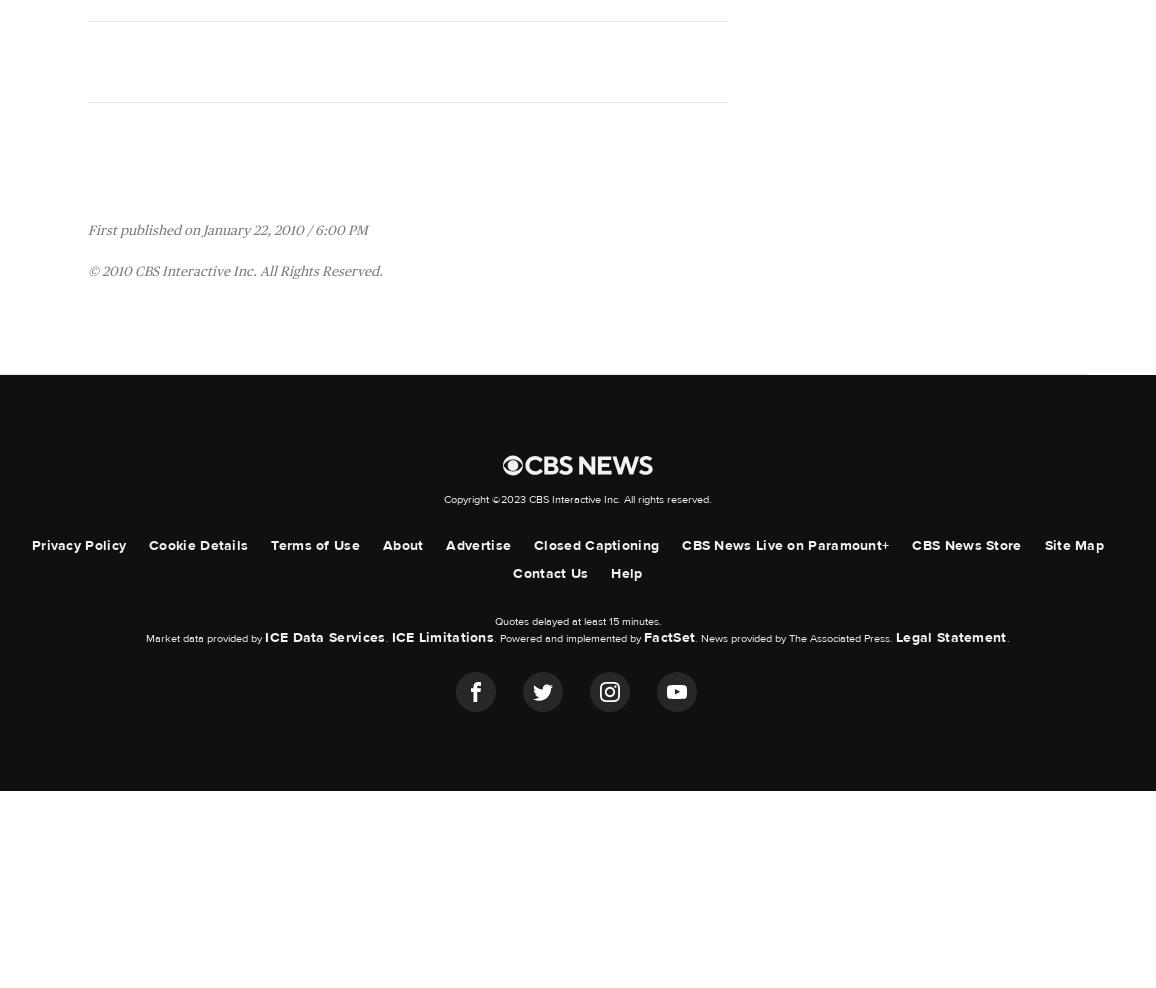 The image size is (1156, 988). I want to click on '. News provided by The Associated Press.', so click(794, 636).